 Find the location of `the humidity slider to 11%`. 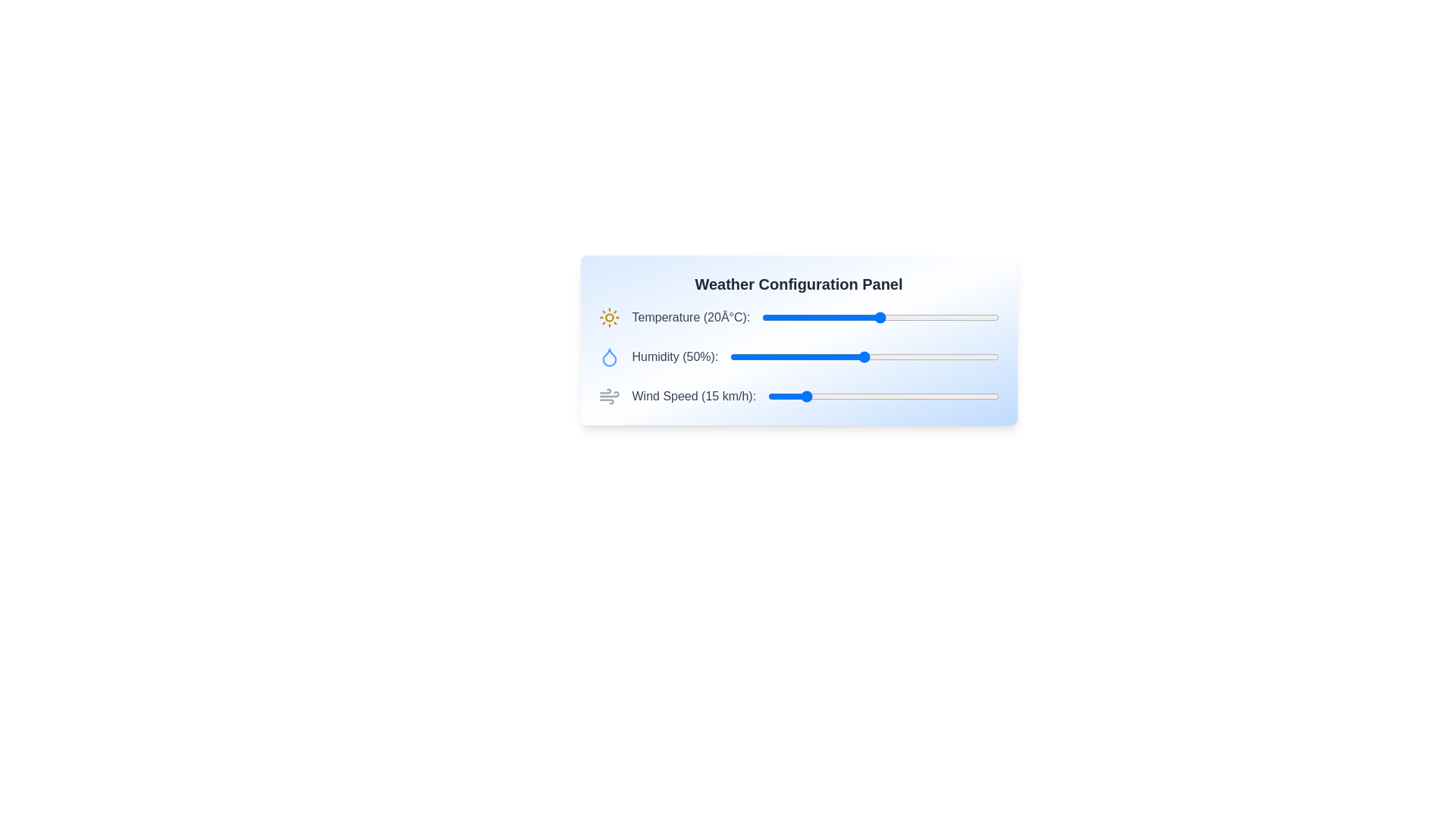

the humidity slider to 11% is located at coordinates (760, 356).